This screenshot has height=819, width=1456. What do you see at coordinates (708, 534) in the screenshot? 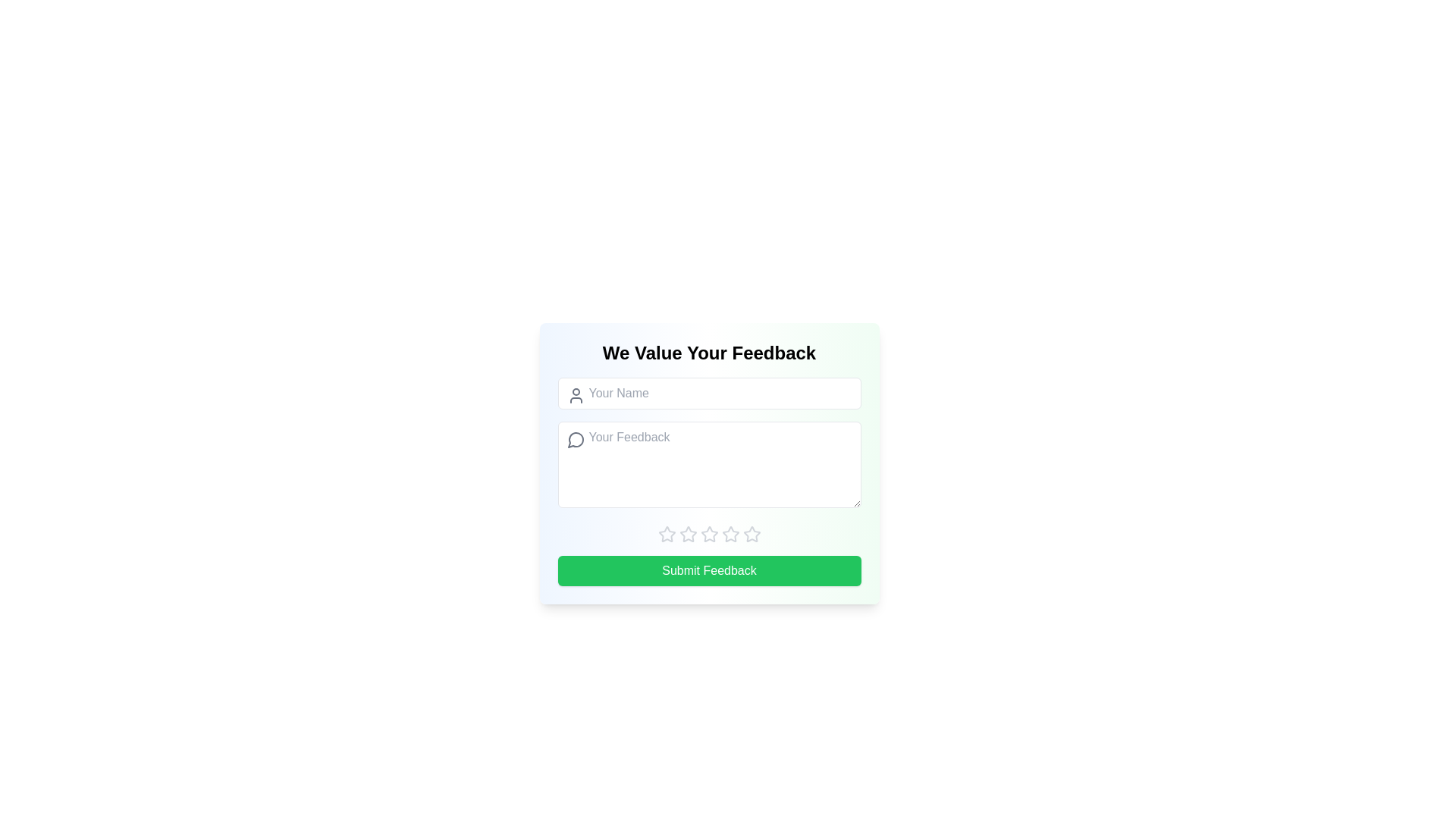
I see `the interactive star icons in the Rating component` at bounding box center [708, 534].